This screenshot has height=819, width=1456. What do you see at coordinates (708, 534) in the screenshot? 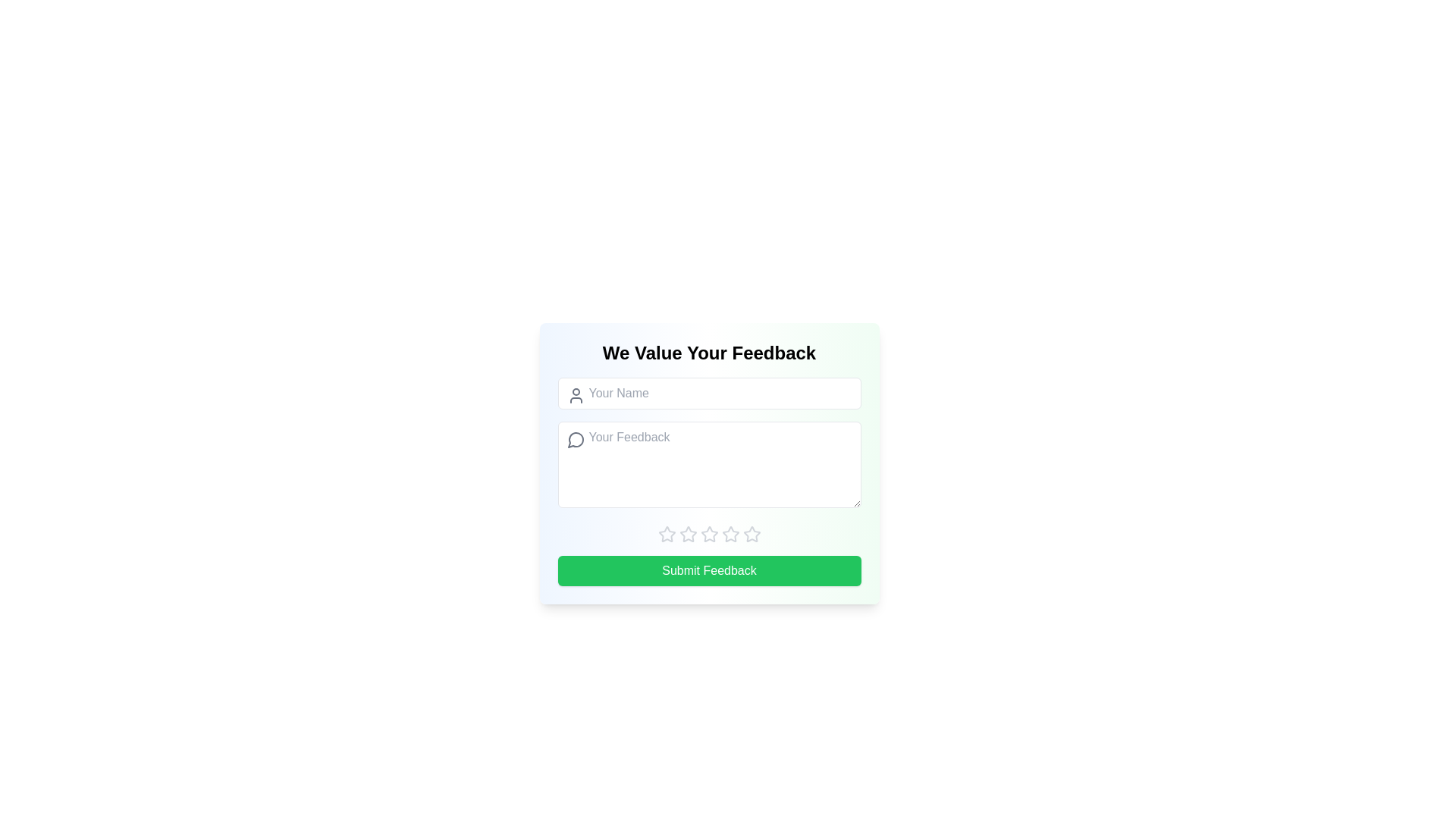
I see `the interactive star icons in the Rating component` at bounding box center [708, 534].